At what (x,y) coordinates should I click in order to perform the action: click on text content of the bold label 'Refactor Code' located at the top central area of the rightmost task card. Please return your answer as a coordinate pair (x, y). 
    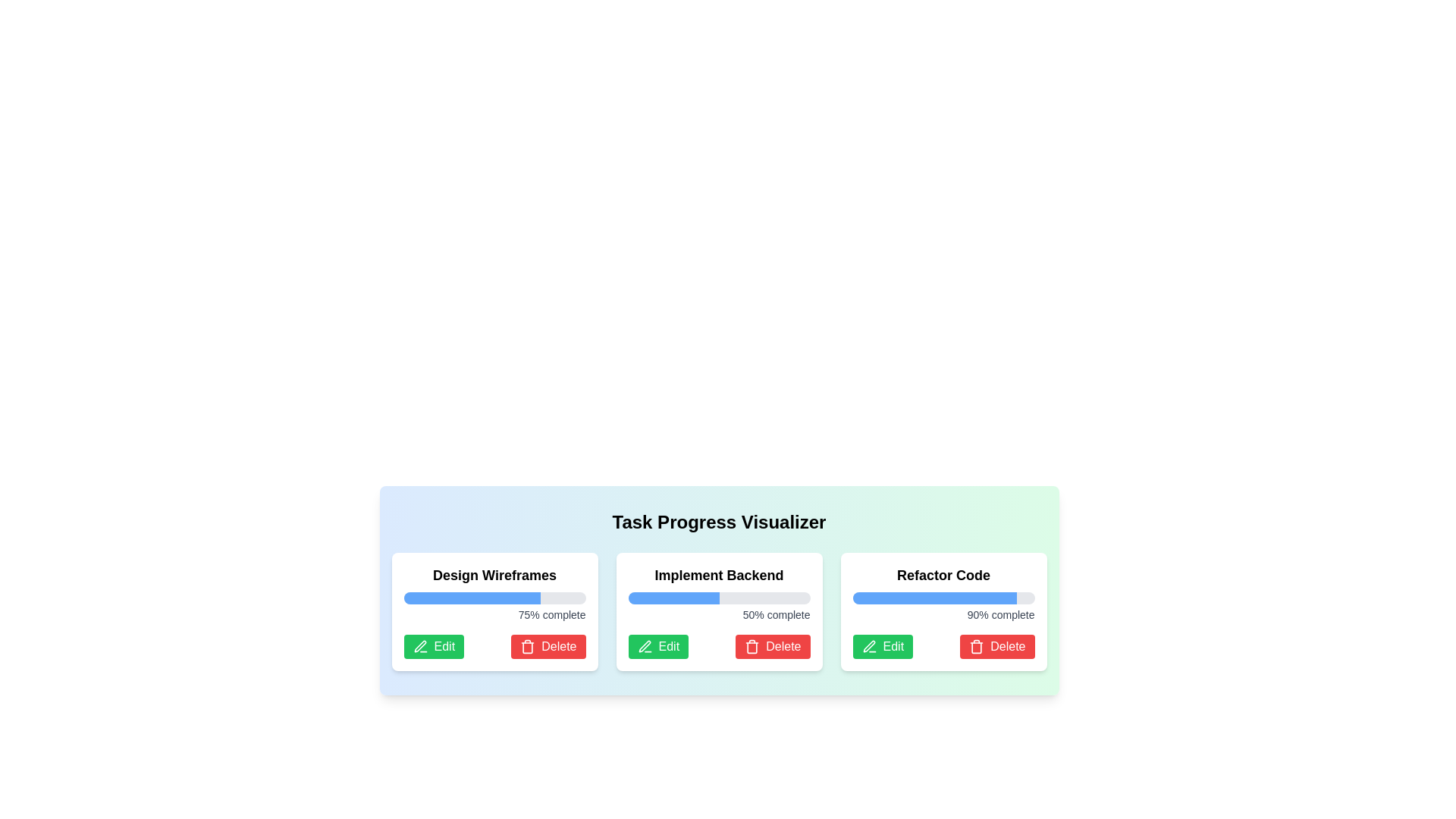
    Looking at the image, I should click on (943, 576).